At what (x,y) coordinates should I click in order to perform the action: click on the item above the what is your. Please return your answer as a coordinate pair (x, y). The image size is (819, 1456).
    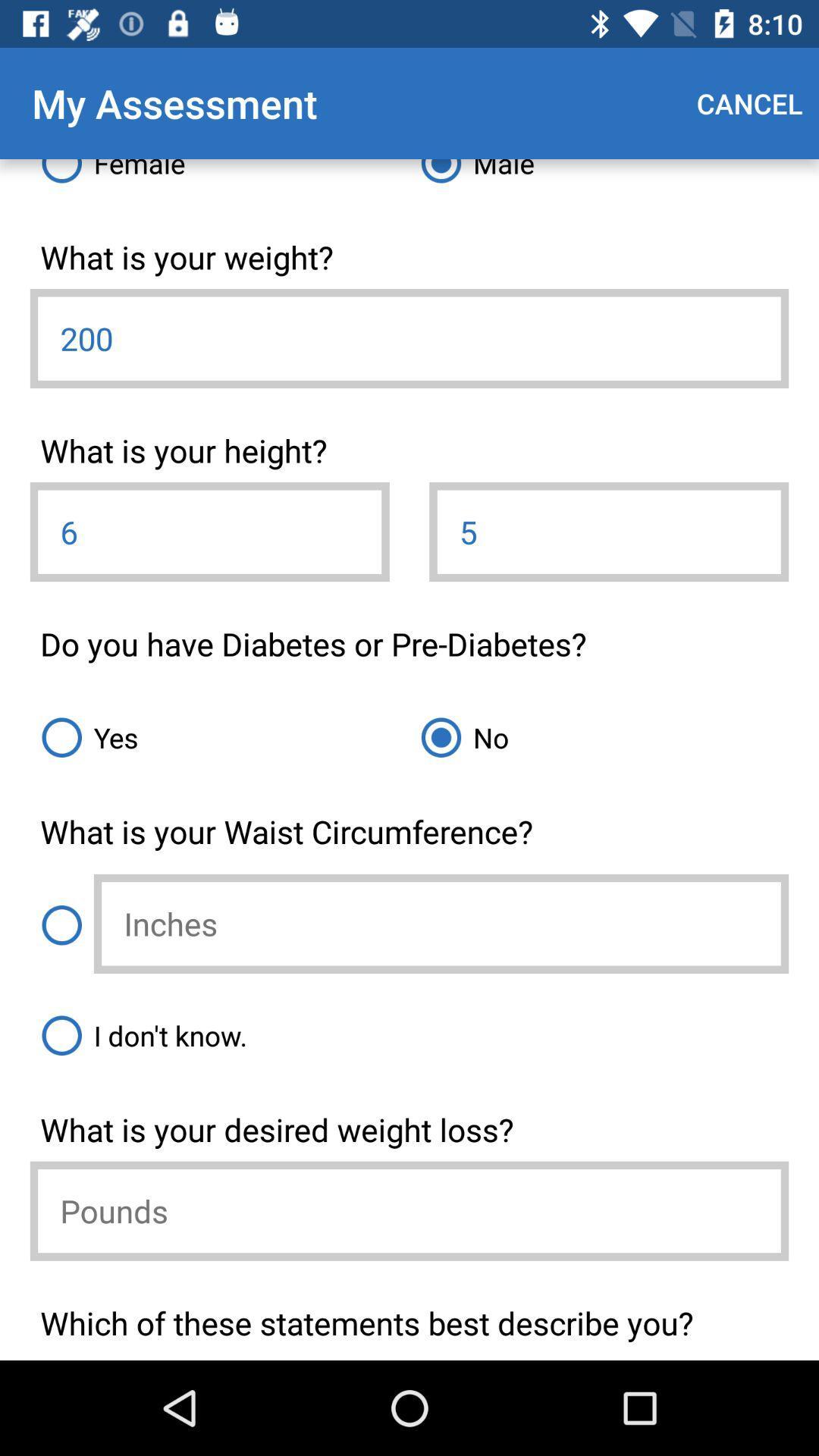
    Looking at the image, I should click on (598, 177).